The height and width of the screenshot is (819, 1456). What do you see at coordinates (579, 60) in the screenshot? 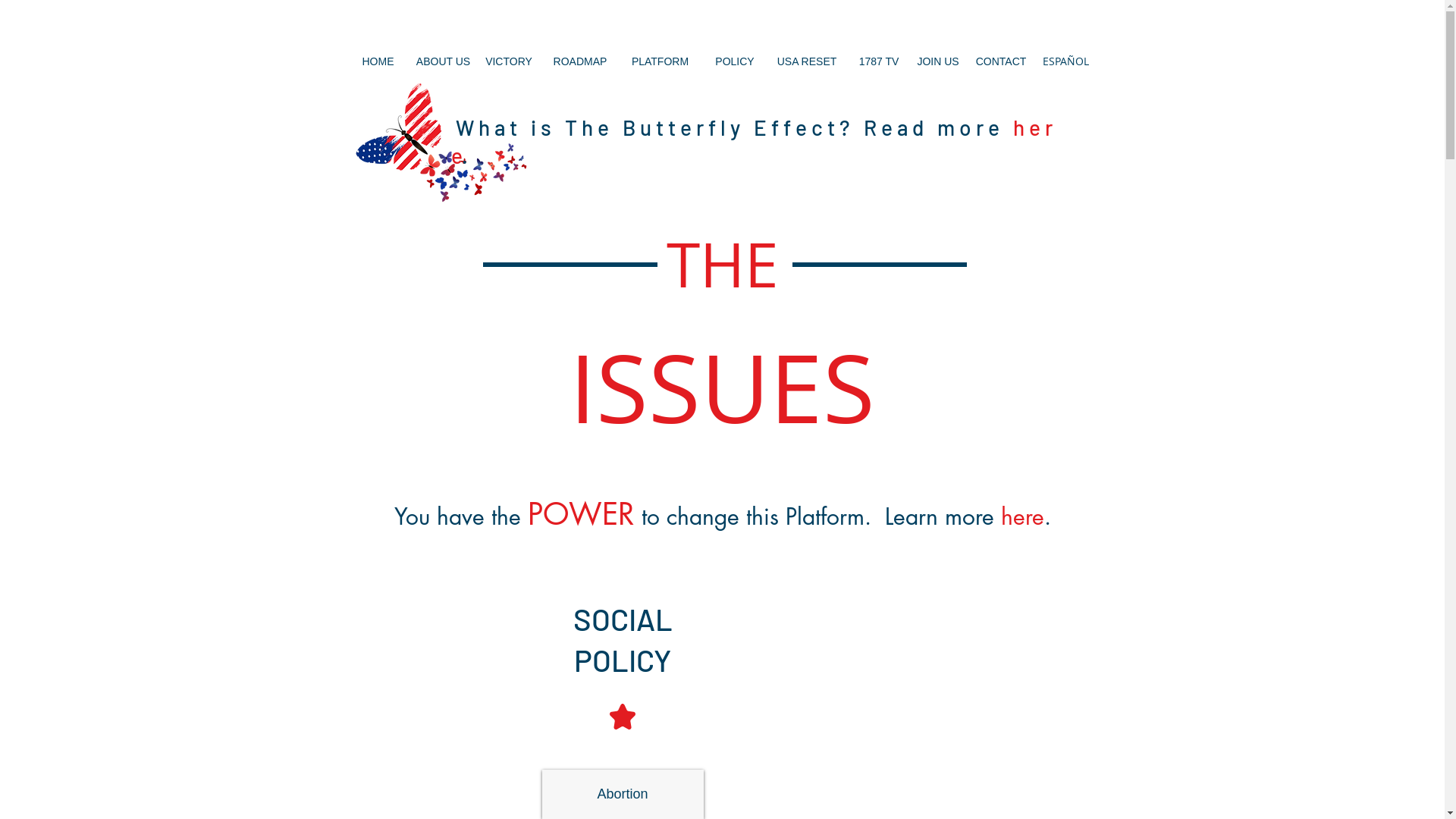
I see `'ROADMAP'` at bounding box center [579, 60].